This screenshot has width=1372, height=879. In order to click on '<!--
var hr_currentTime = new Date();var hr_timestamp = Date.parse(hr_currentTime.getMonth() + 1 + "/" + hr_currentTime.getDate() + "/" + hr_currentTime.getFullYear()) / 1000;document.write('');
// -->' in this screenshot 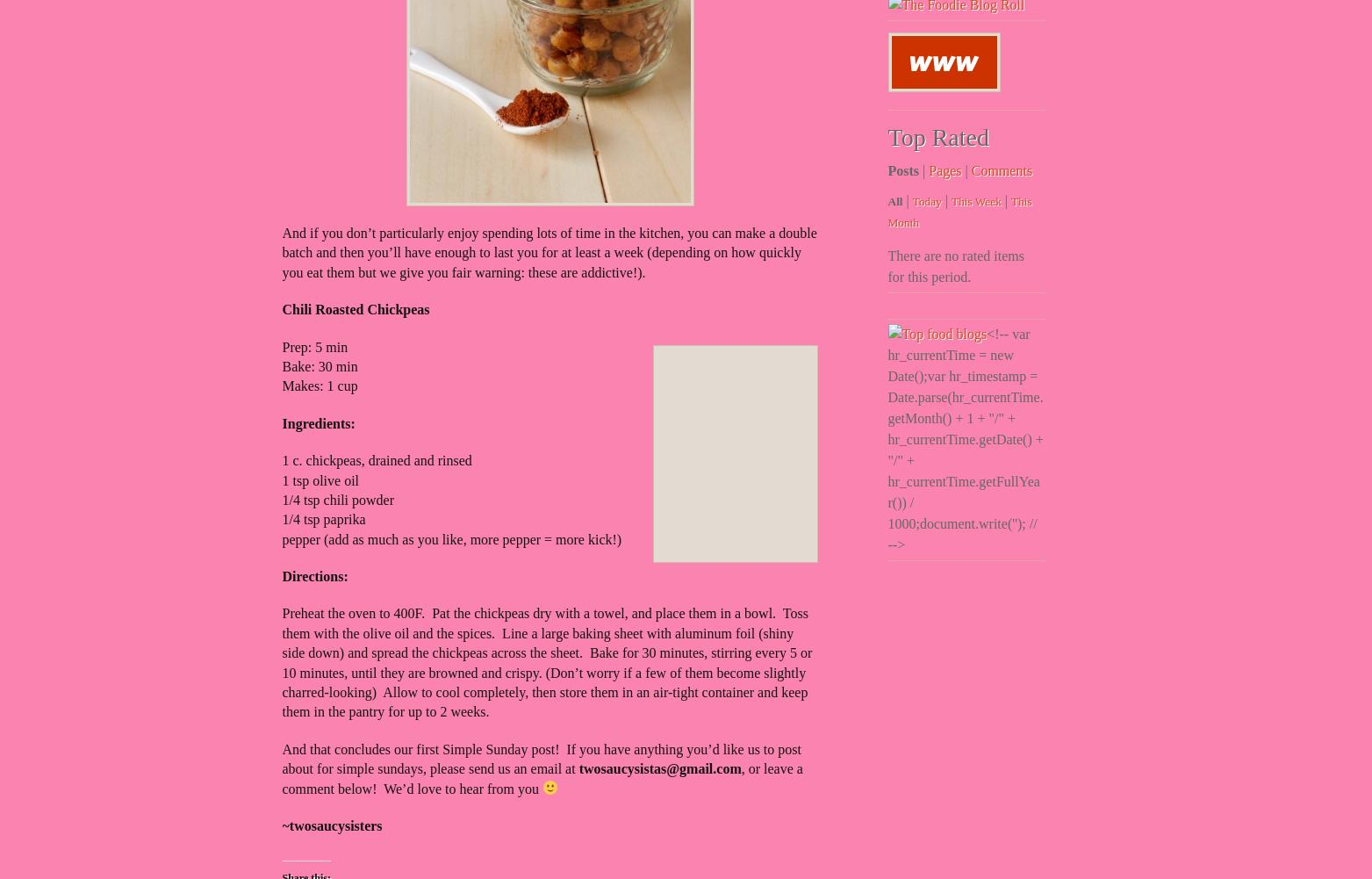, I will do `click(964, 439)`.